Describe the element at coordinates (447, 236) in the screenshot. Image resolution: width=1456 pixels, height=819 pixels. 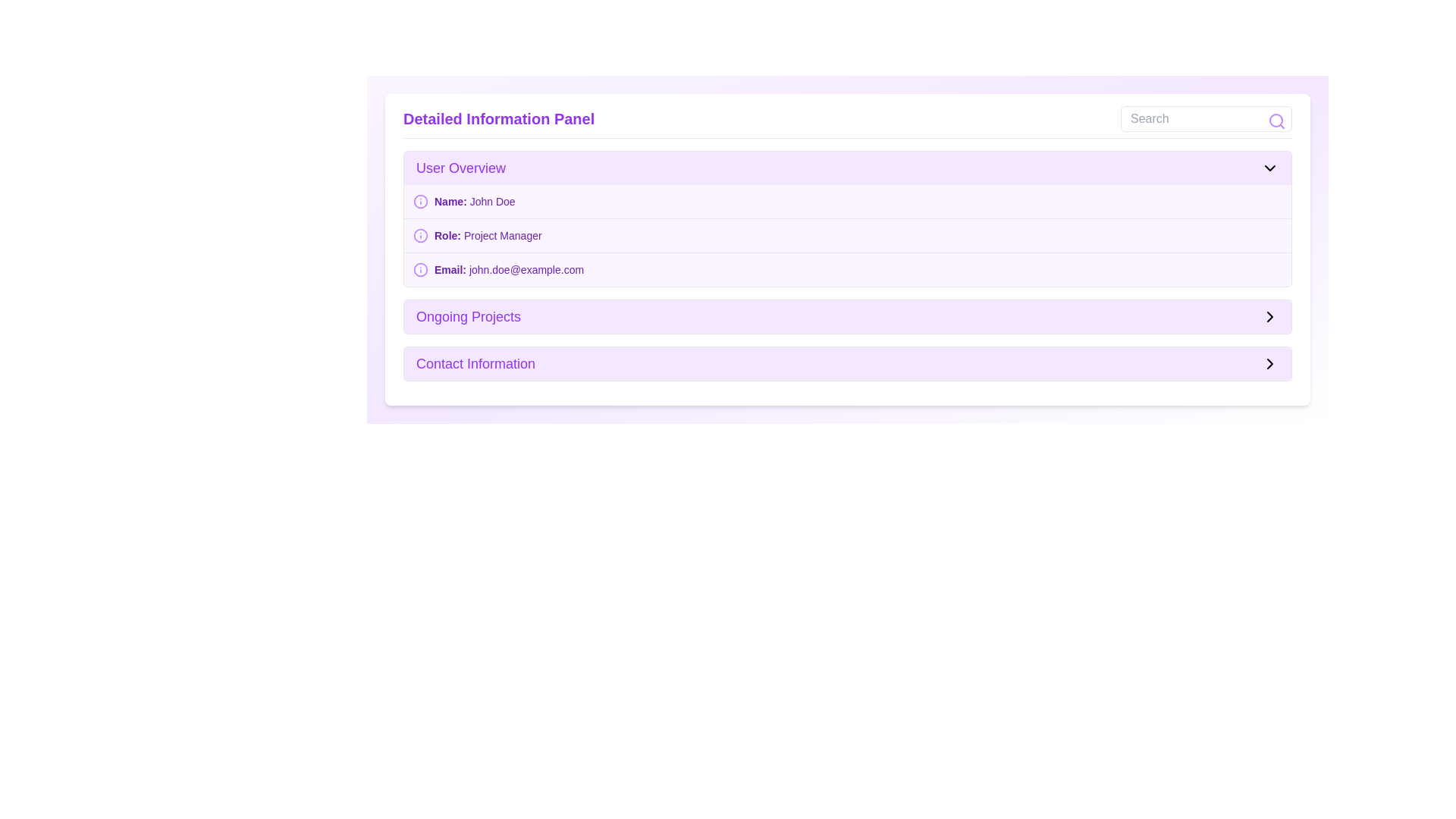
I see `the text label displaying 'Role:' in bold purple font located in the 'User Overview' section of the interface, positioned between an icon and the text 'Project Manager'` at that location.